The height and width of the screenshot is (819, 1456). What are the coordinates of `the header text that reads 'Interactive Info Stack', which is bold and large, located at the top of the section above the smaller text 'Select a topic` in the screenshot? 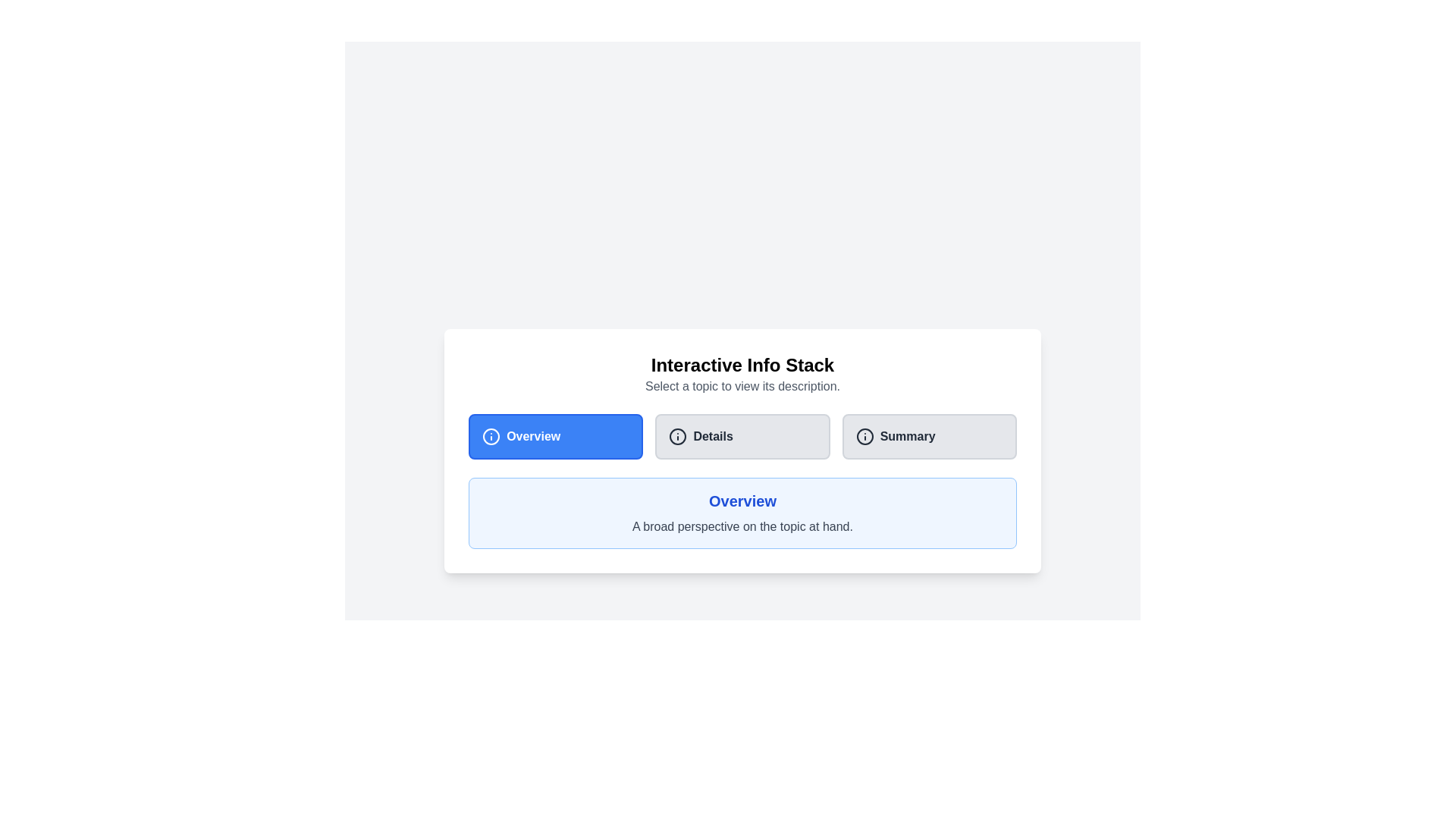 It's located at (742, 366).